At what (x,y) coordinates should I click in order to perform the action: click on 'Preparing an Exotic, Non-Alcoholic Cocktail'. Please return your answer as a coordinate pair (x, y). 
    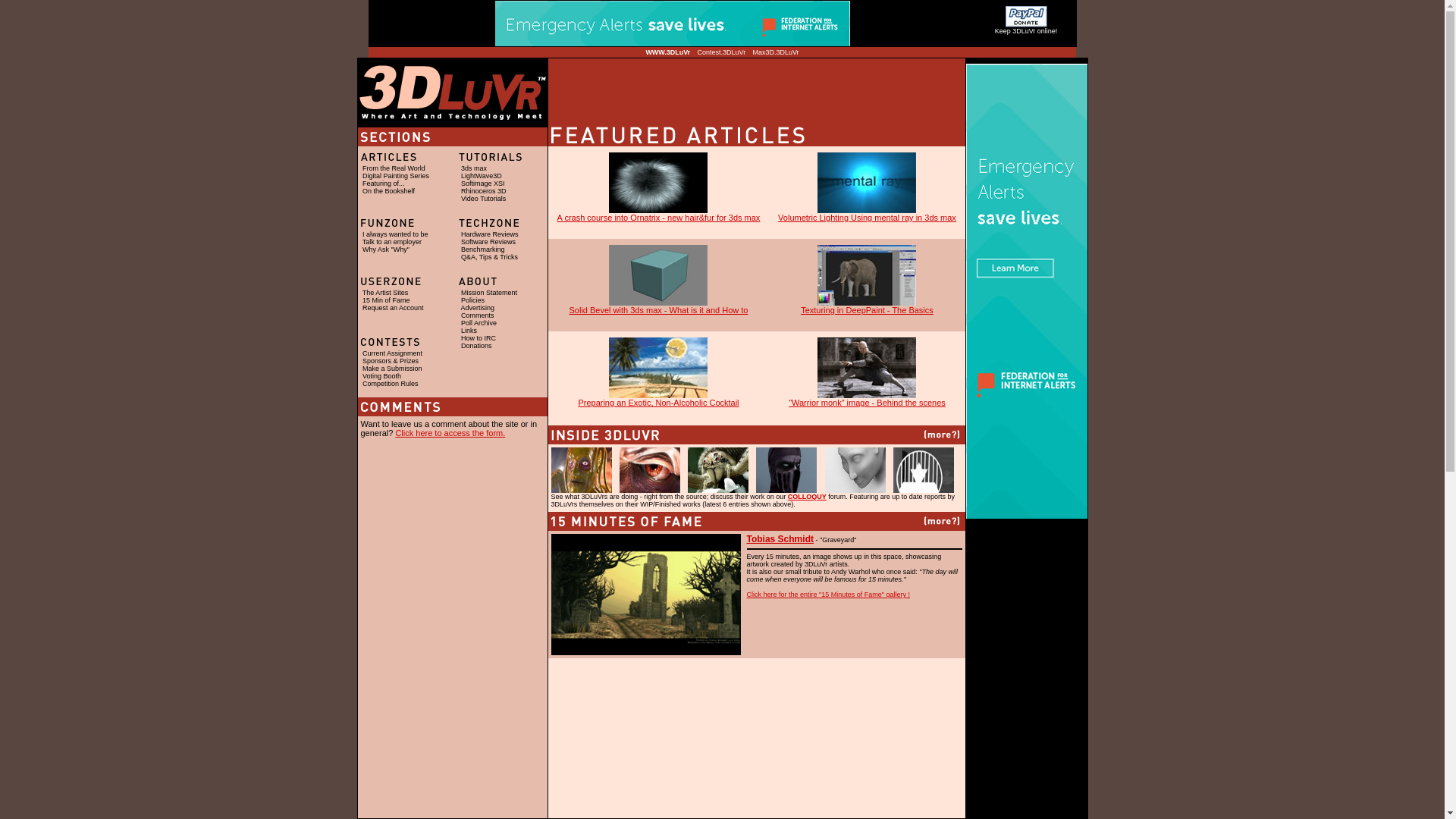
    Looking at the image, I should click on (658, 397).